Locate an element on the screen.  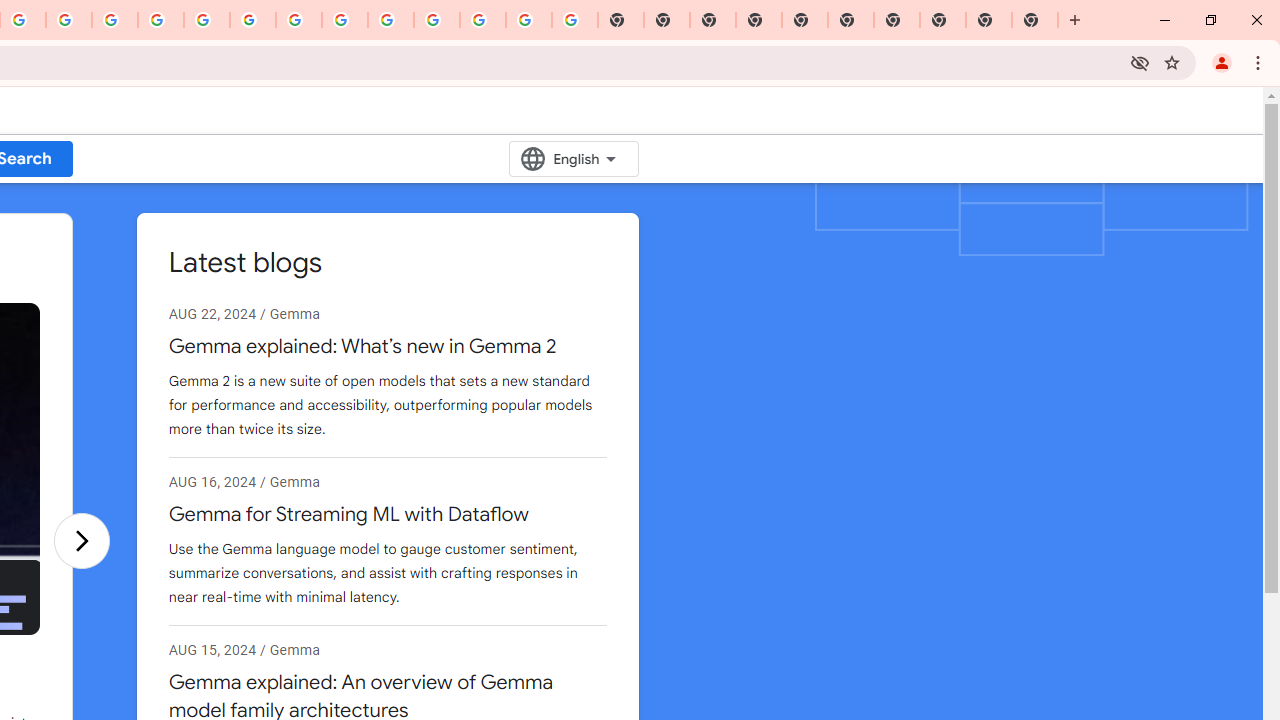
'YouTube' is located at coordinates (298, 20).